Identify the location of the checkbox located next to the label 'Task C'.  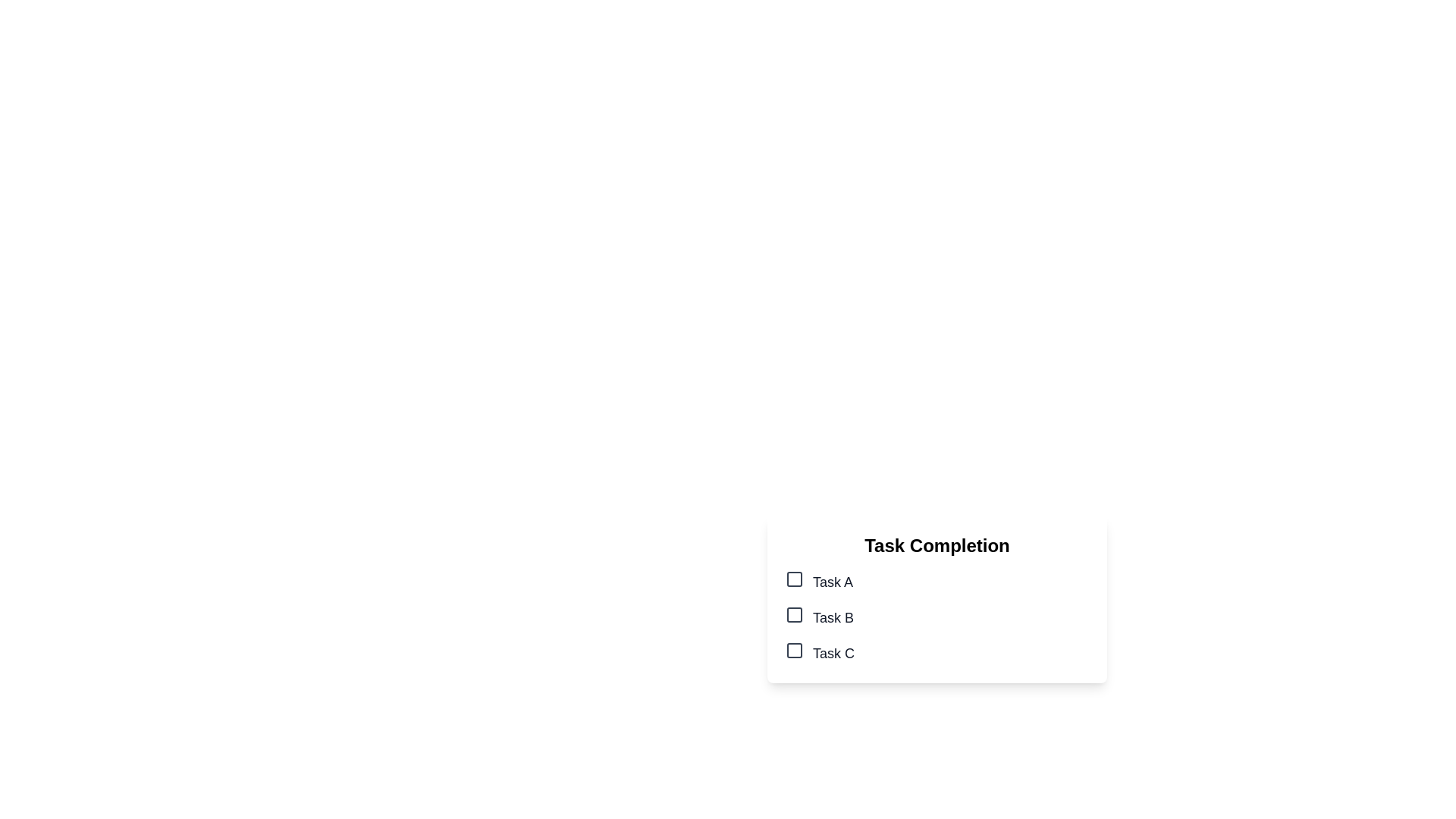
(793, 649).